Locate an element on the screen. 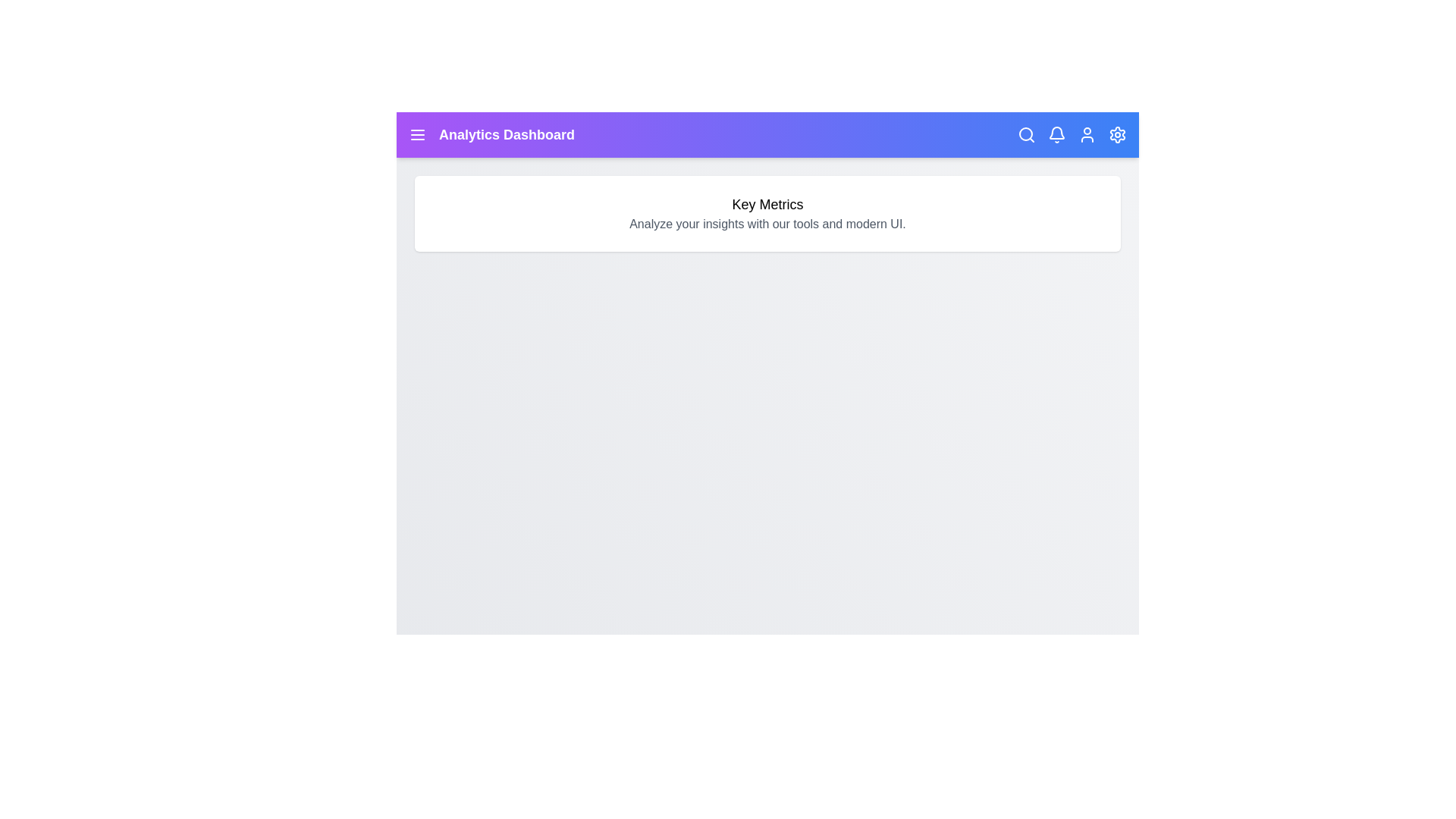 The height and width of the screenshot is (819, 1456). the bell icon to view notifications is located at coordinates (1056, 133).